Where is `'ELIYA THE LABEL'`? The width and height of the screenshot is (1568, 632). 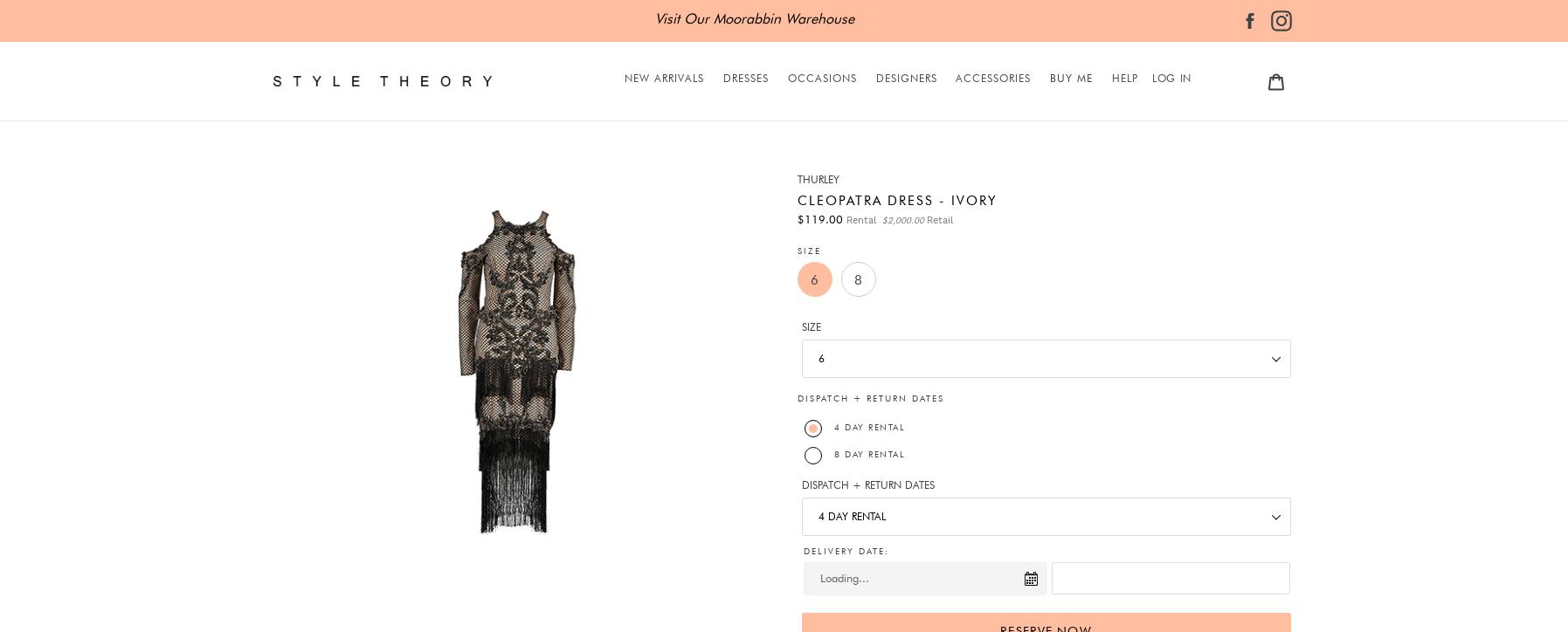 'ELIYA THE LABEL' is located at coordinates (916, 203).